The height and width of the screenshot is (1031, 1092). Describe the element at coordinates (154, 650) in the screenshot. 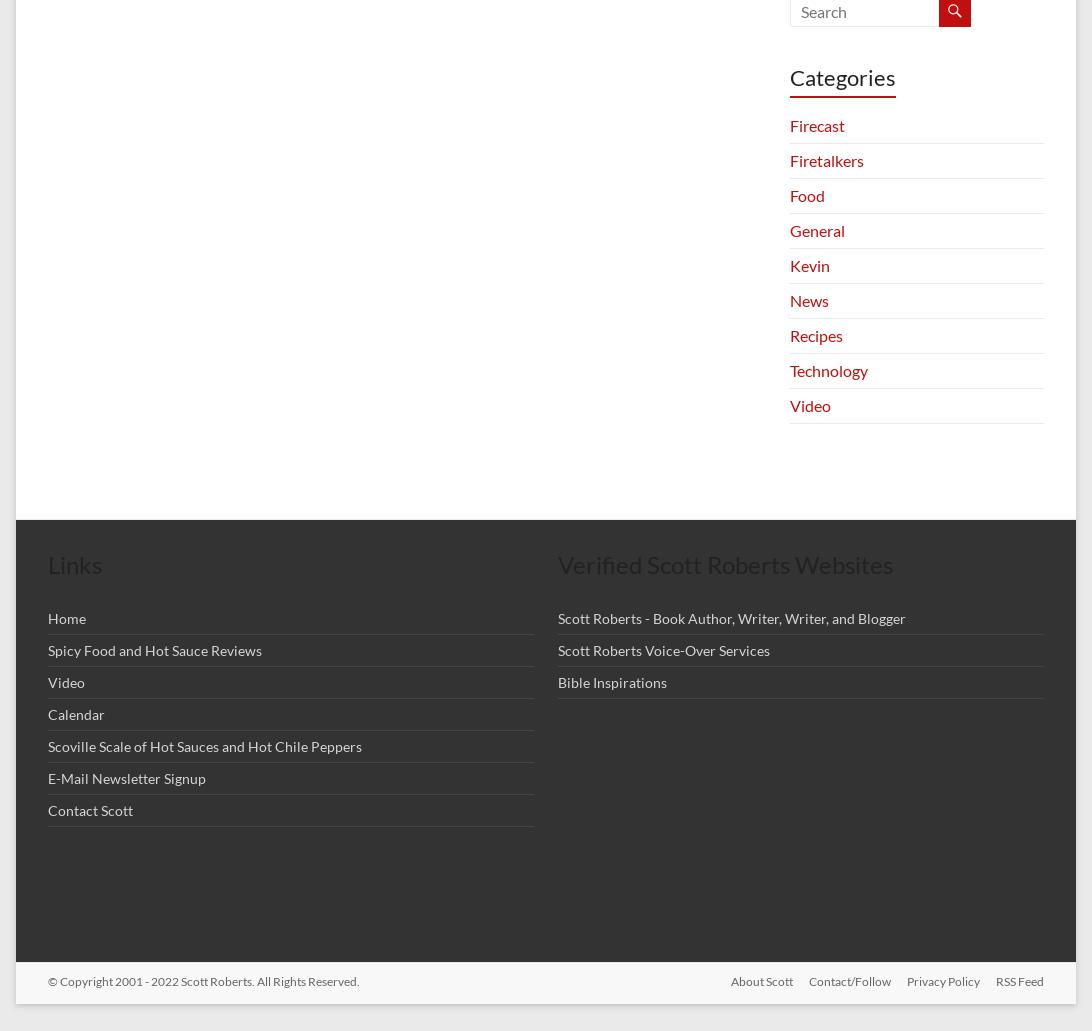

I see `'Spicy Food and Hot Sauce Reviews'` at that location.